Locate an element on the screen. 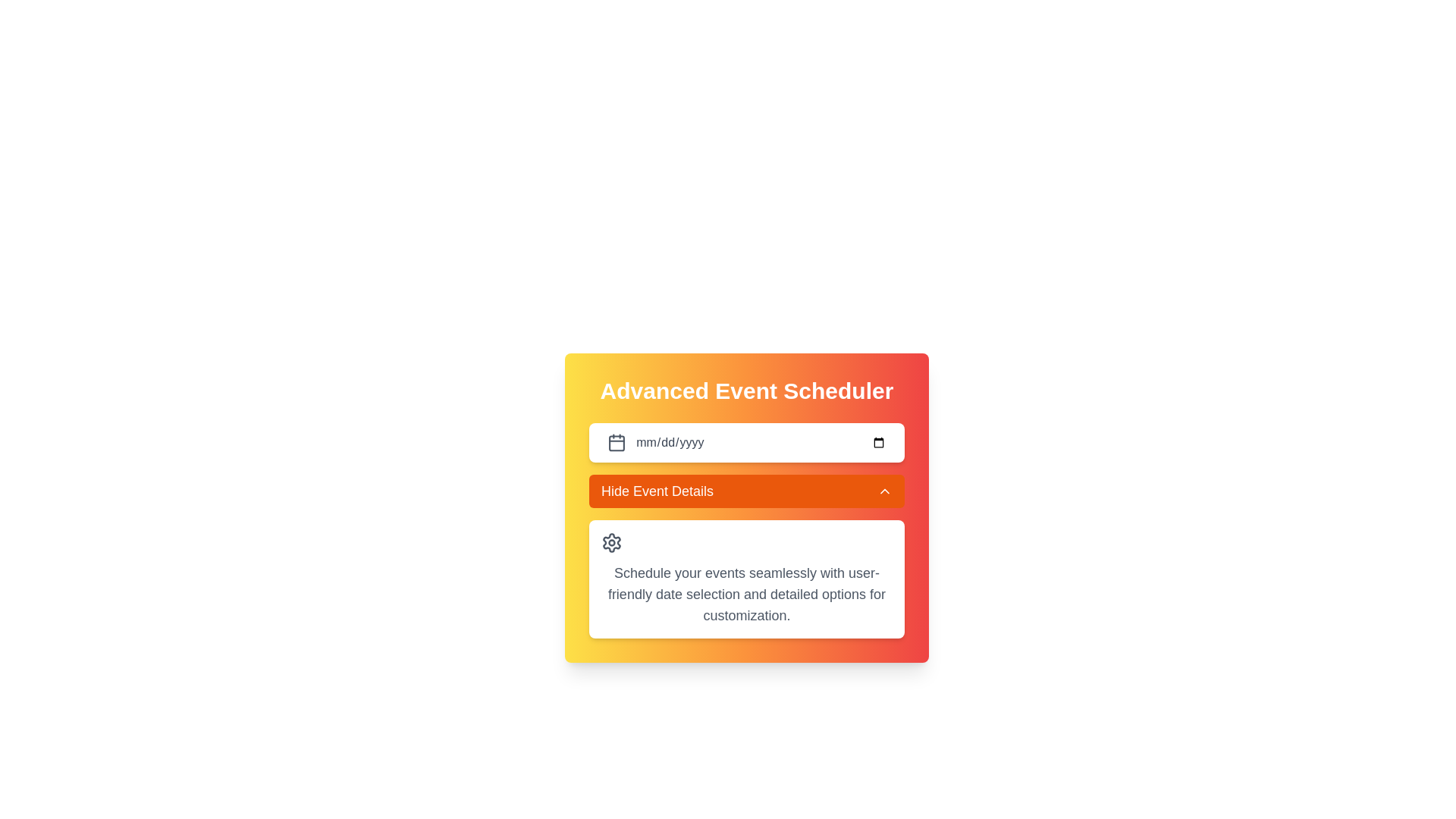 Image resolution: width=1456 pixels, height=819 pixels. text label that says 'Hide Event Details', which is displayed in white on an orange background within a button, positioned in the middle row of the interface is located at coordinates (657, 491).